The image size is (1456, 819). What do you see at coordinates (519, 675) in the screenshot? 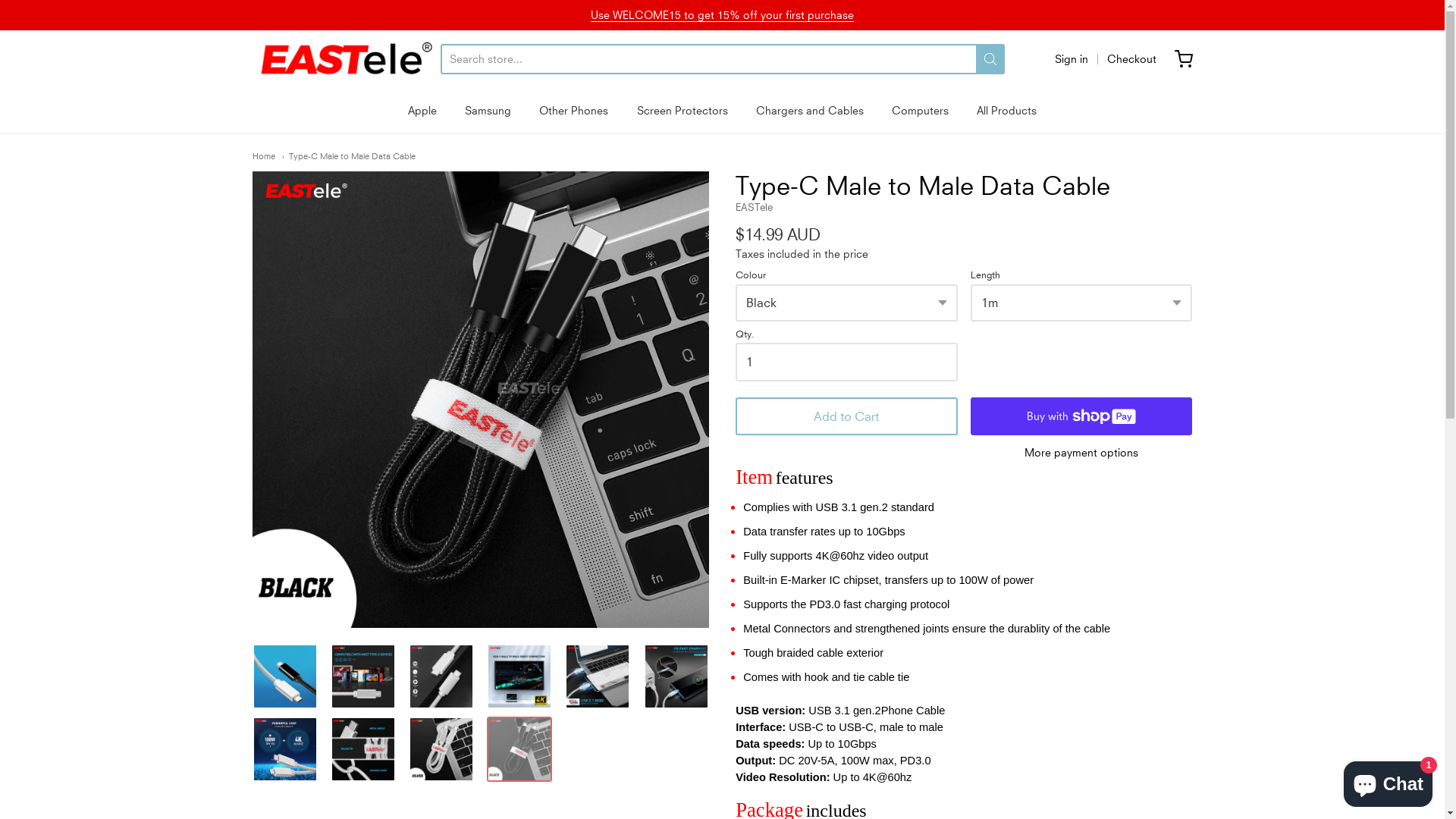
I see `'Type-C Male to Male Data Cable'` at bounding box center [519, 675].